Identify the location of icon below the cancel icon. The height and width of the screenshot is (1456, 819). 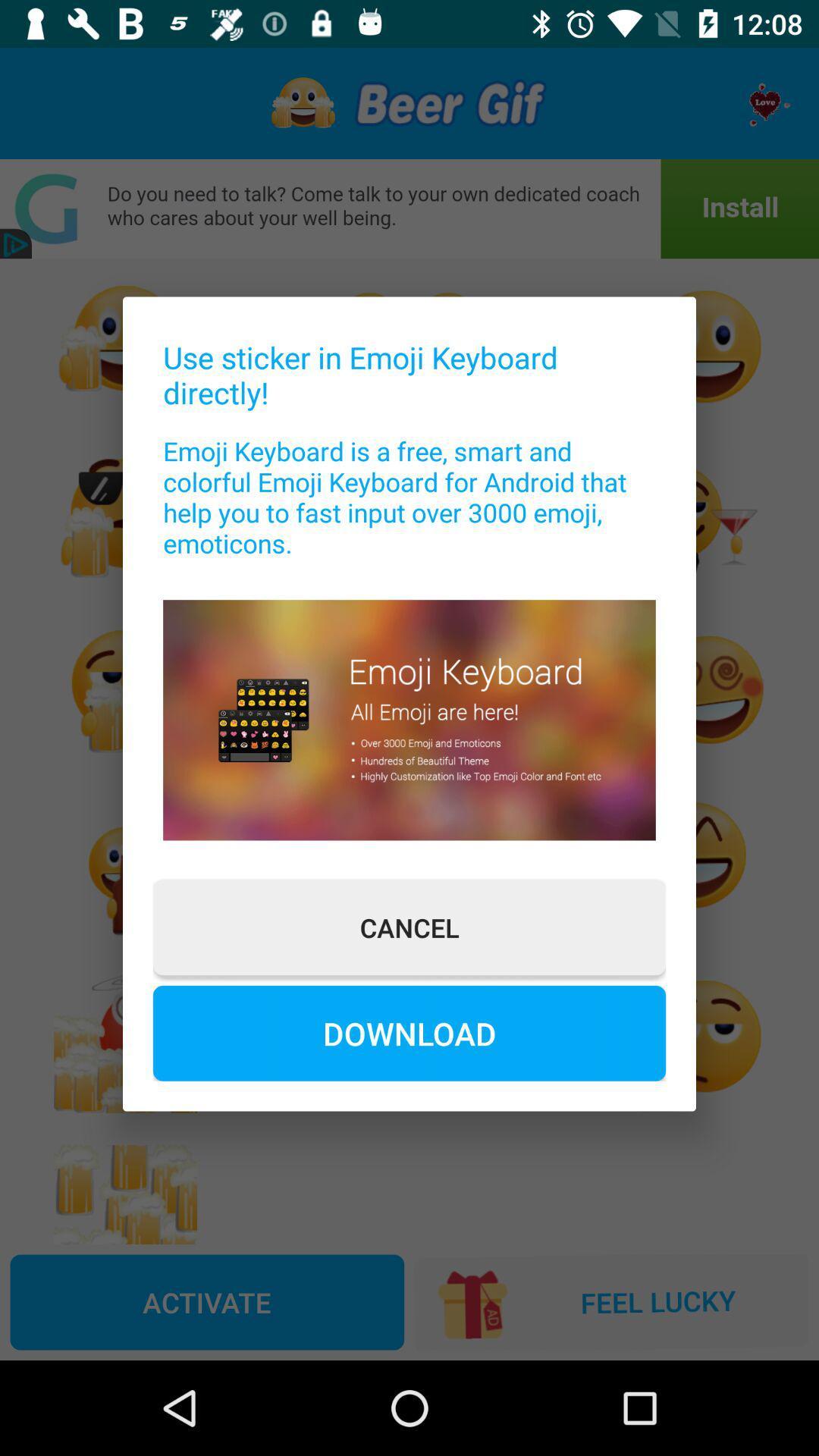
(409, 1032).